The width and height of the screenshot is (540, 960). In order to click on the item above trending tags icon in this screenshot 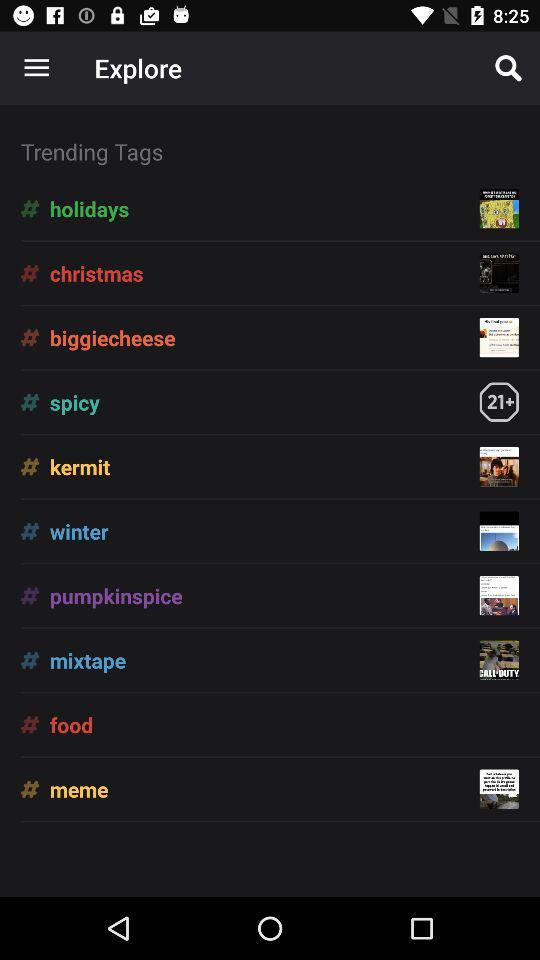, I will do `click(508, 68)`.